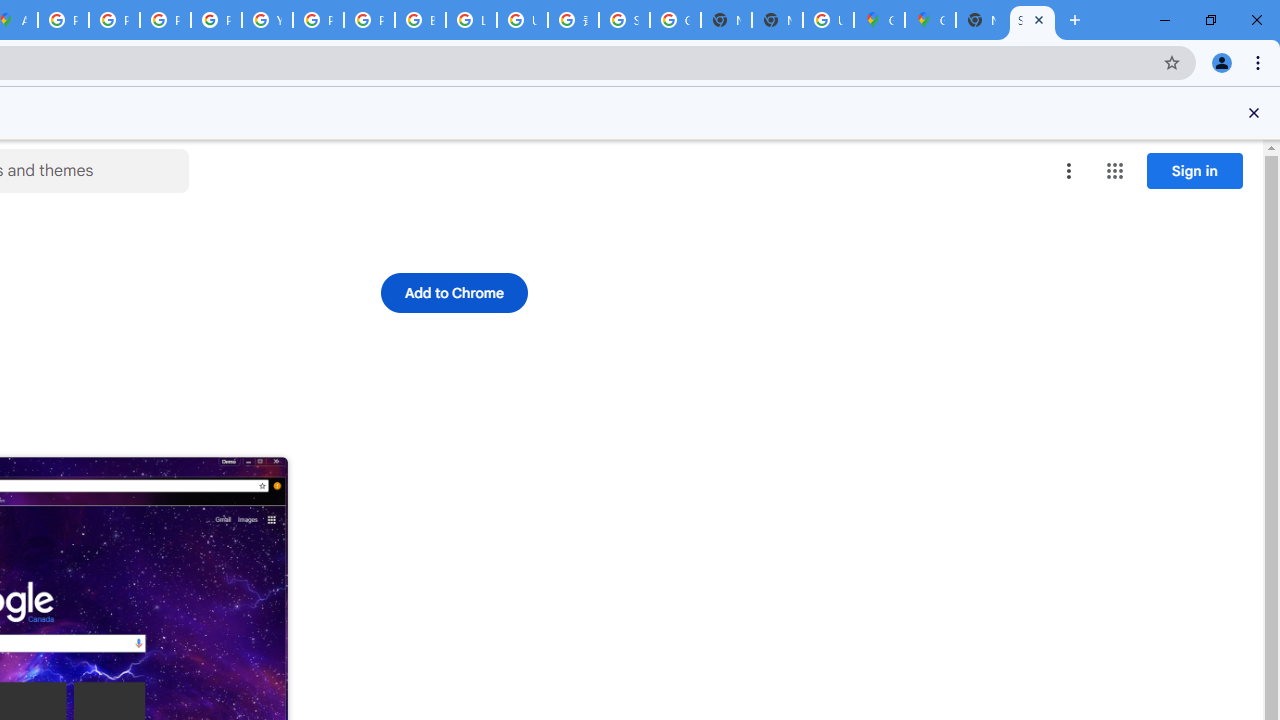 The height and width of the screenshot is (720, 1280). What do you see at coordinates (1259, 61) in the screenshot?
I see `'Chrome'` at bounding box center [1259, 61].